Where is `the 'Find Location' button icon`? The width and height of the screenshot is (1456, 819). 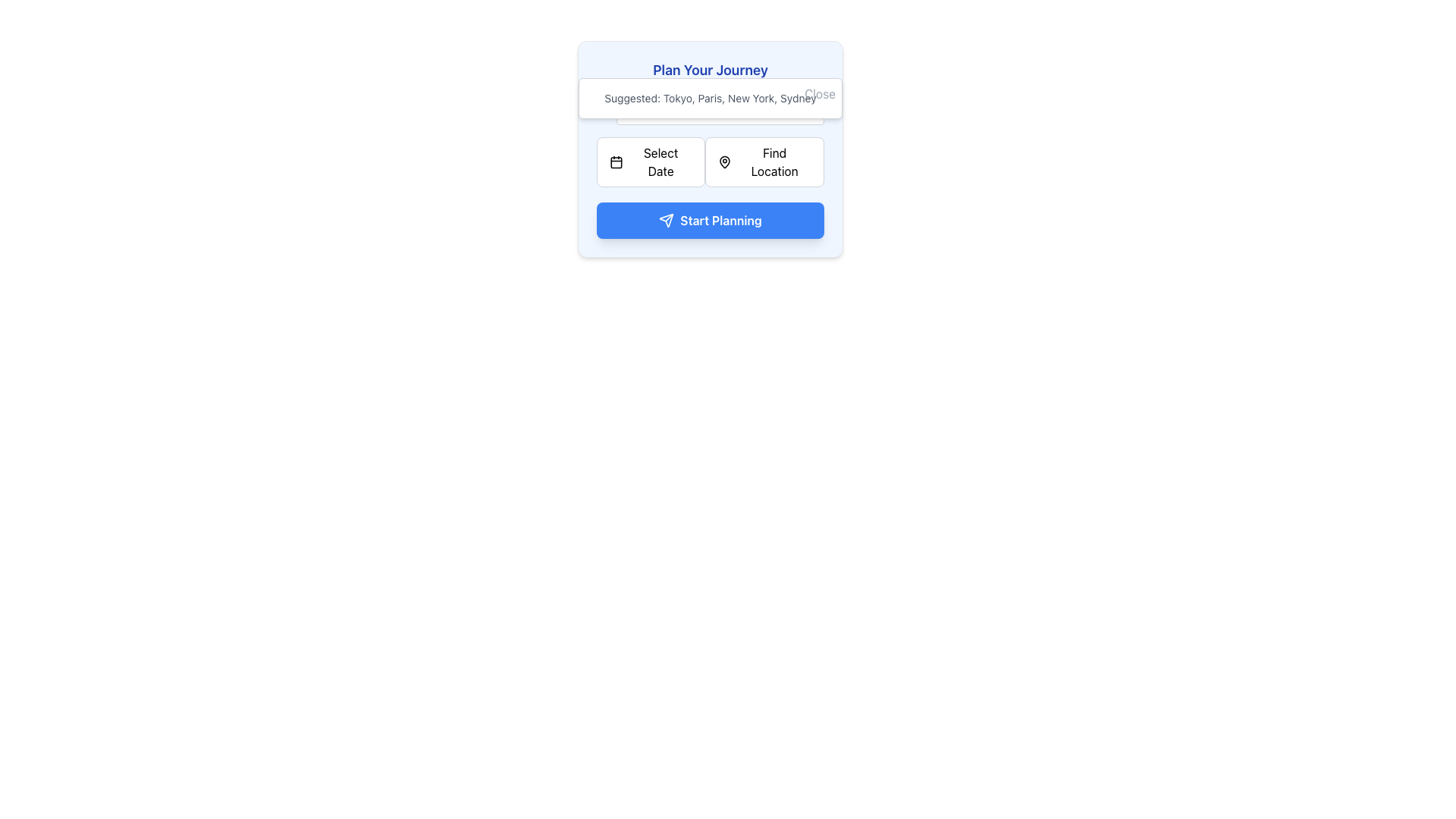
the 'Find Location' button icon is located at coordinates (723, 162).